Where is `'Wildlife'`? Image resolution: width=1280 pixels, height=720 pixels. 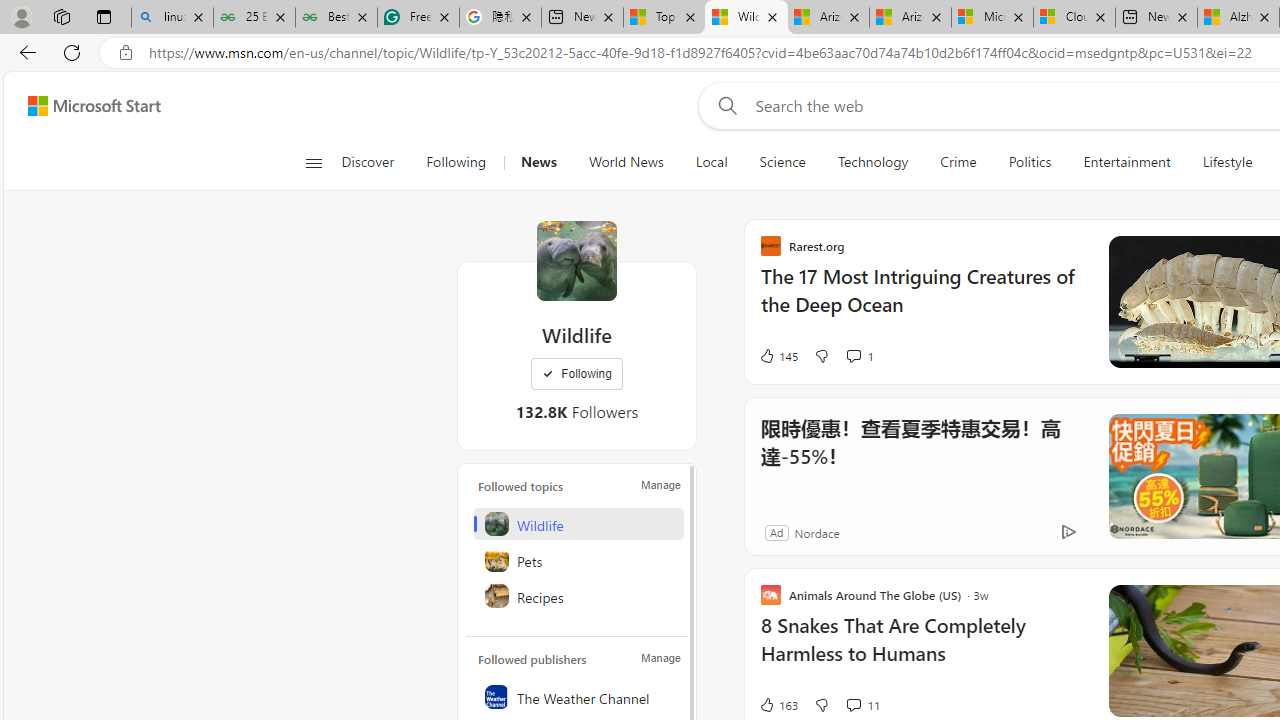 'Wildlife' is located at coordinates (576, 260).